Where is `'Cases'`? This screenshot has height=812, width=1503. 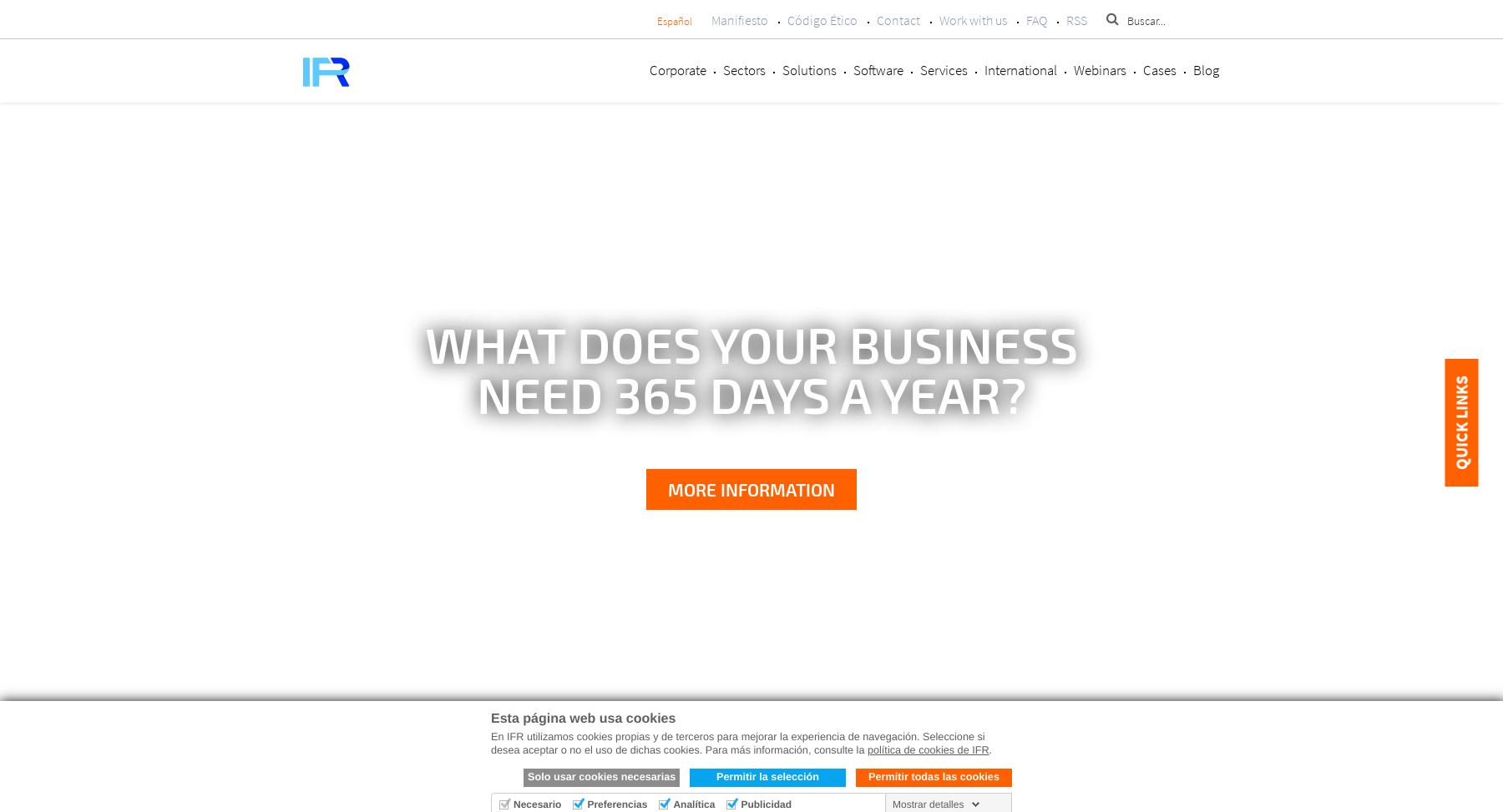 'Cases' is located at coordinates (1142, 68).